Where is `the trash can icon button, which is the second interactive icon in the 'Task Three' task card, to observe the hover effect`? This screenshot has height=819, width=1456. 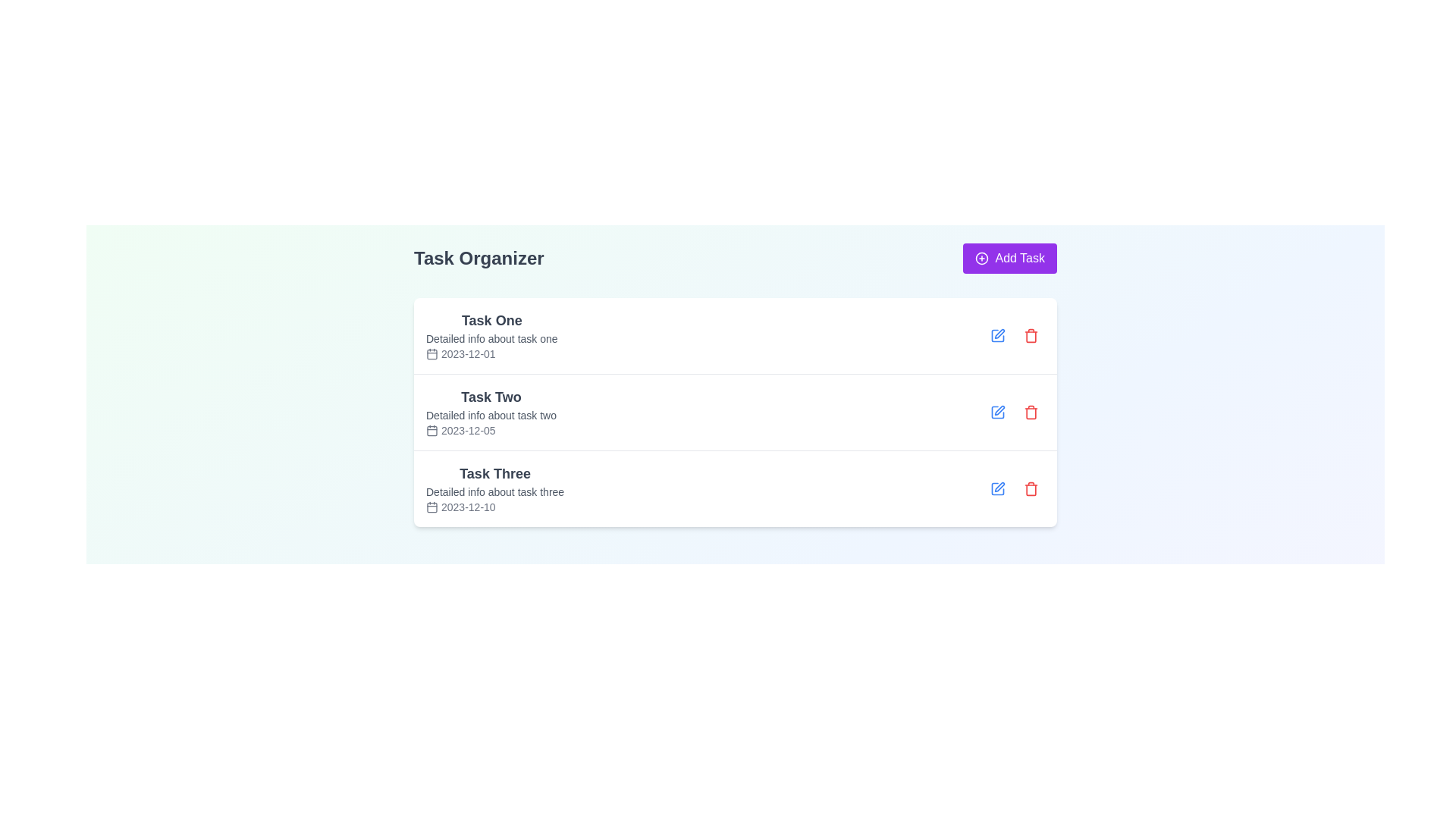
the trash can icon button, which is the second interactive icon in the 'Task Three' task card, to observe the hover effect is located at coordinates (1031, 488).